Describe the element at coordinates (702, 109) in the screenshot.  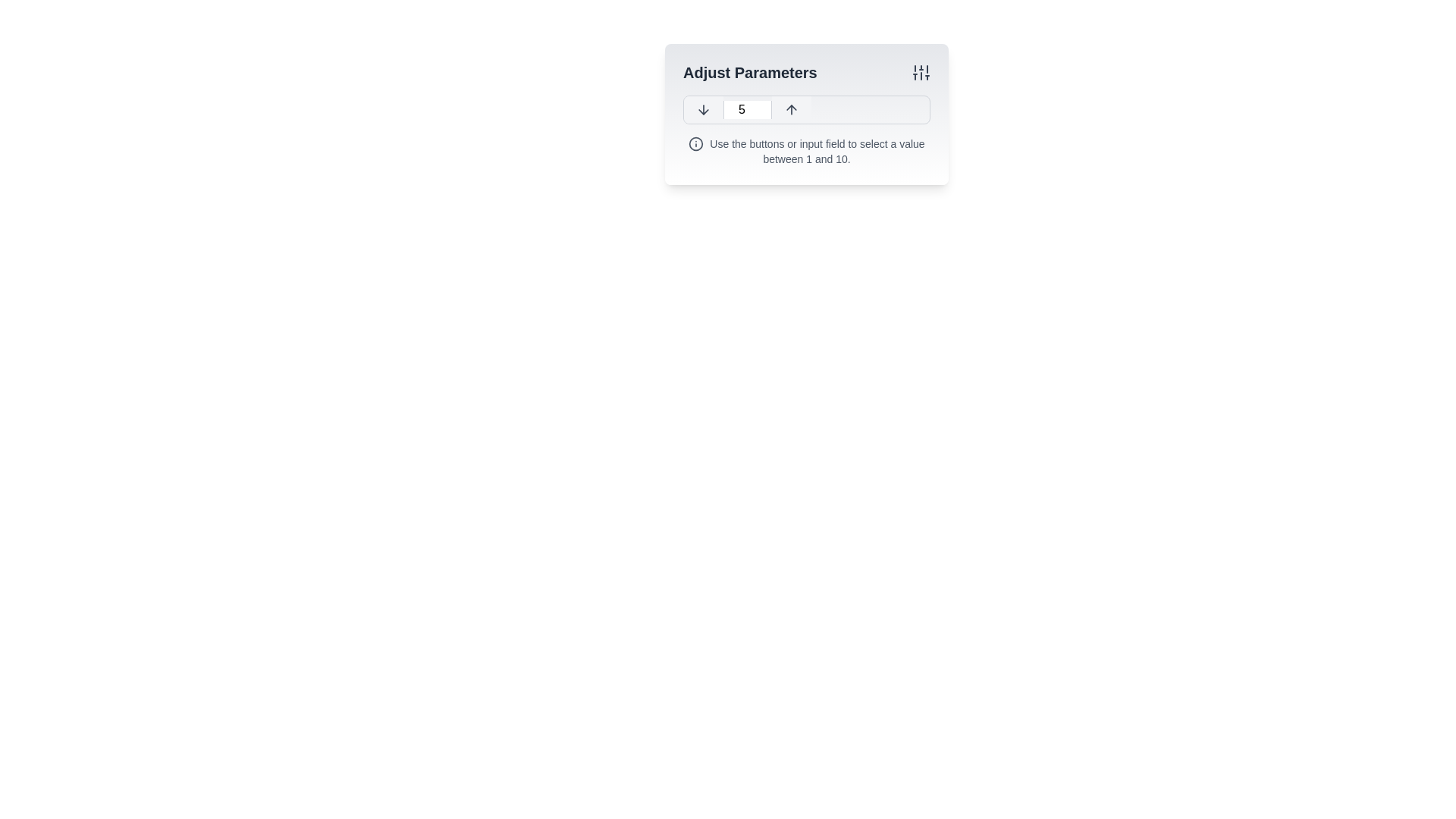
I see `the button located on the left side of the numeric input field displaying '5' to decrease the value by one unit` at that location.